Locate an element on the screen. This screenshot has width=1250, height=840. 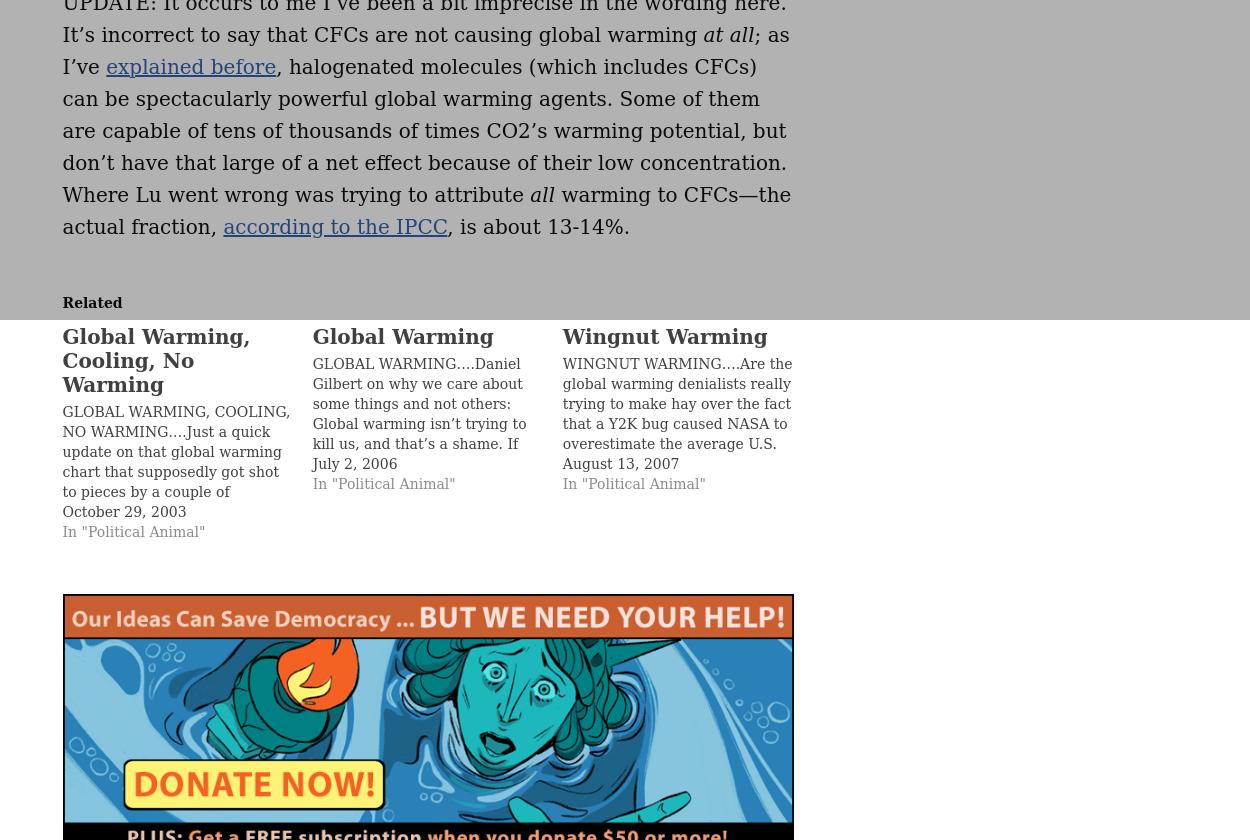
'according to the IPCC' is located at coordinates (334, 226).